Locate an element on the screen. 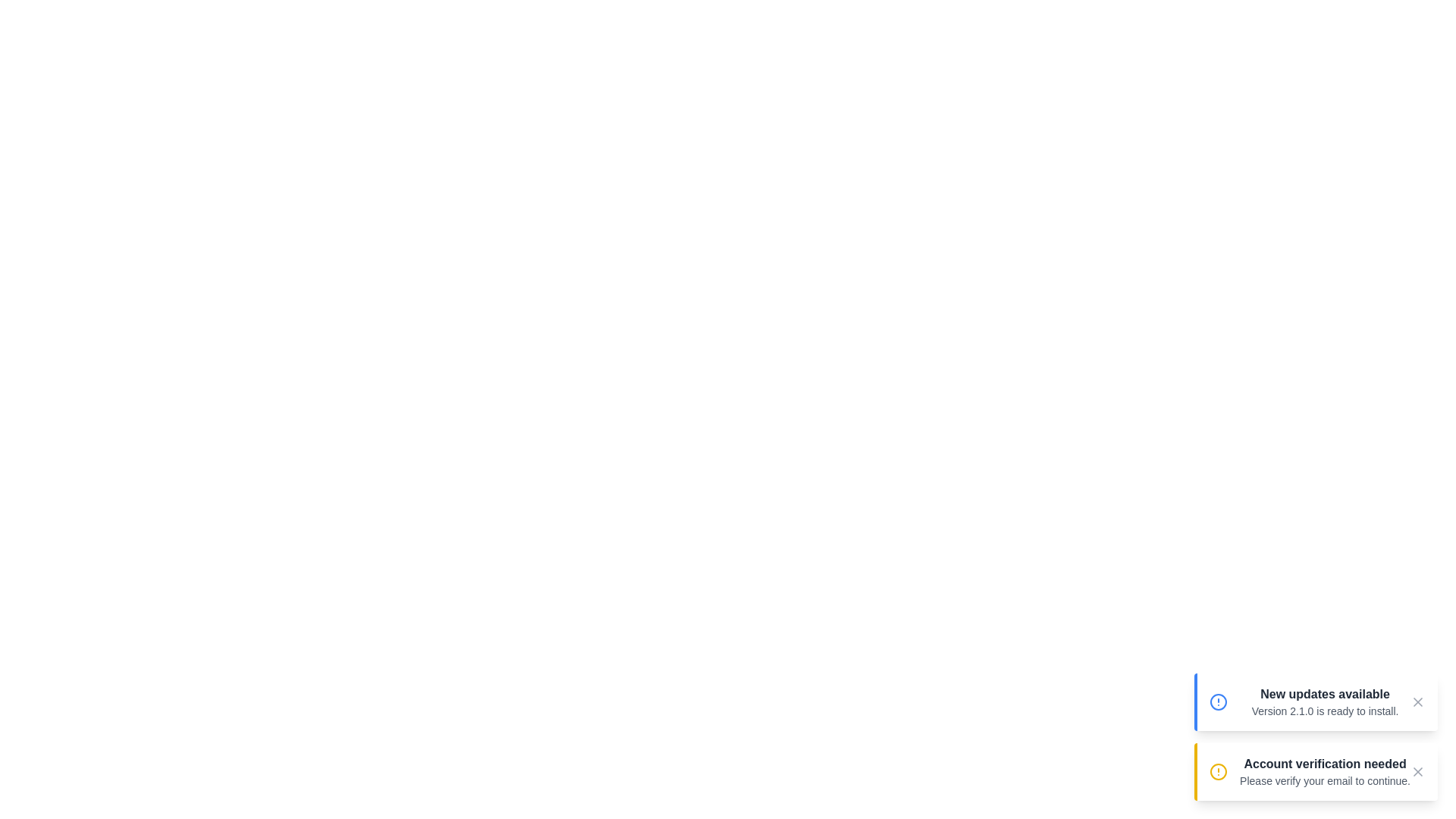 The width and height of the screenshot is (1456, 819). the notification New updates available is located at coordinates (1315, 701).